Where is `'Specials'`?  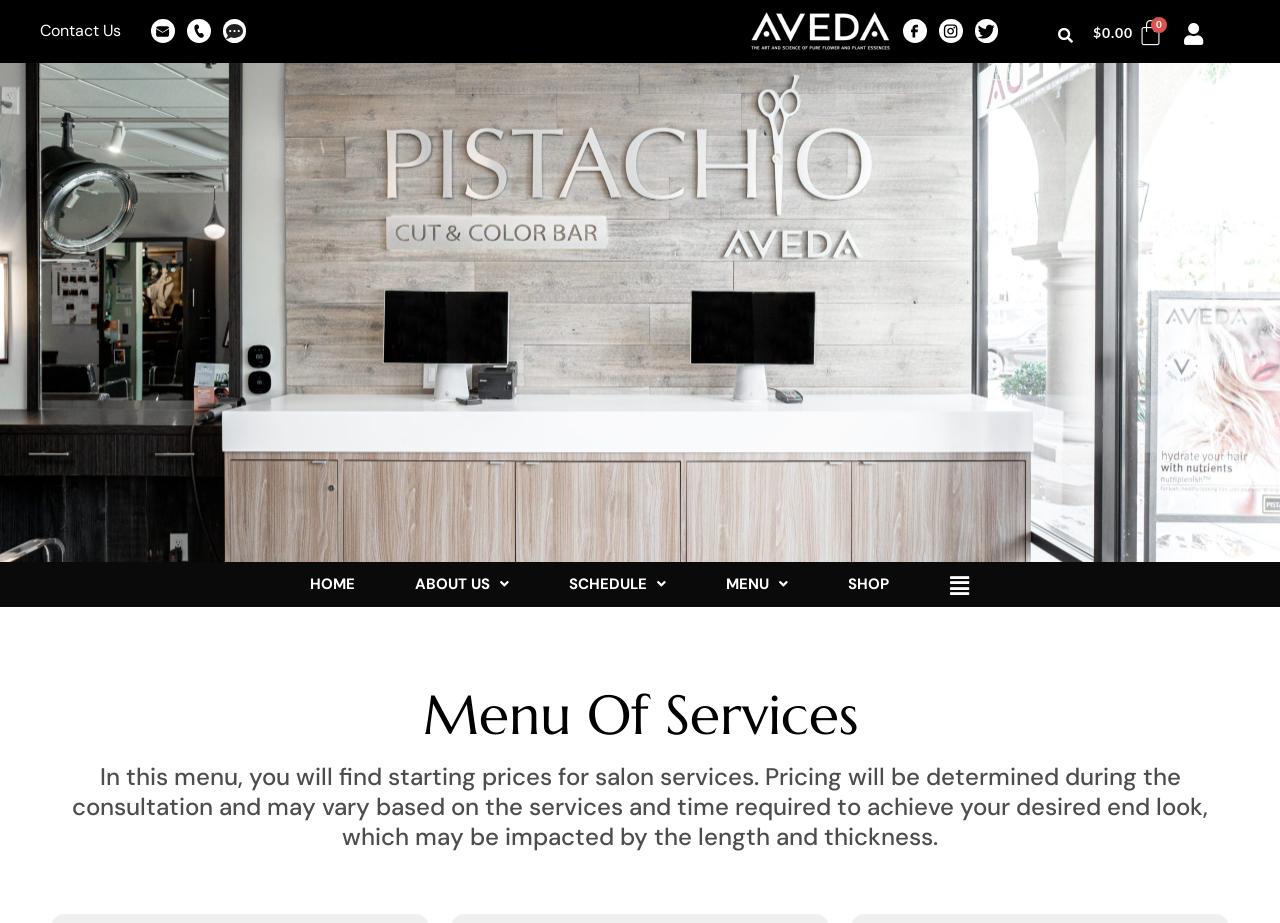
'Specials' is located at coordinates (775, 672).